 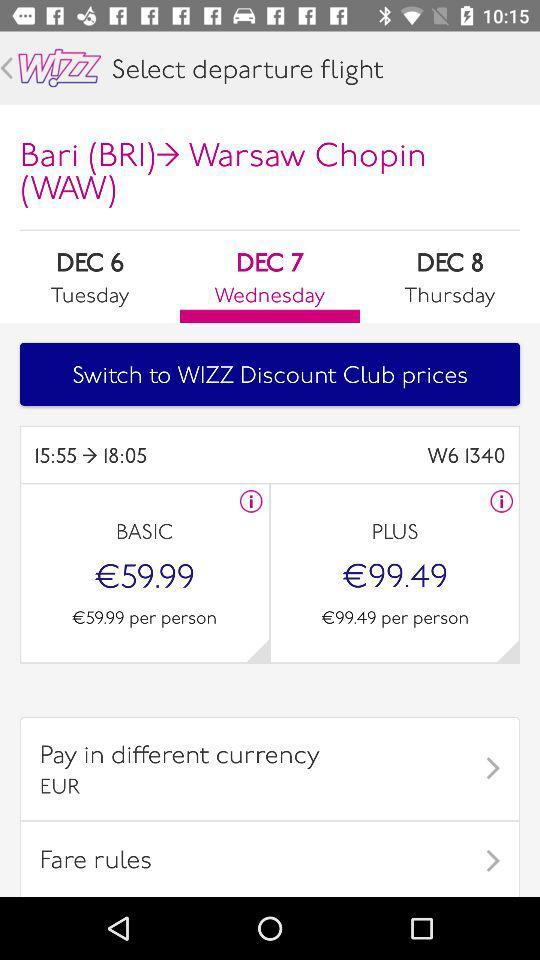 What do you see at coordinates (151, 455) in the screenshot?
I see `item to the left of w6 1340 item` at bounding box center [151, 455].